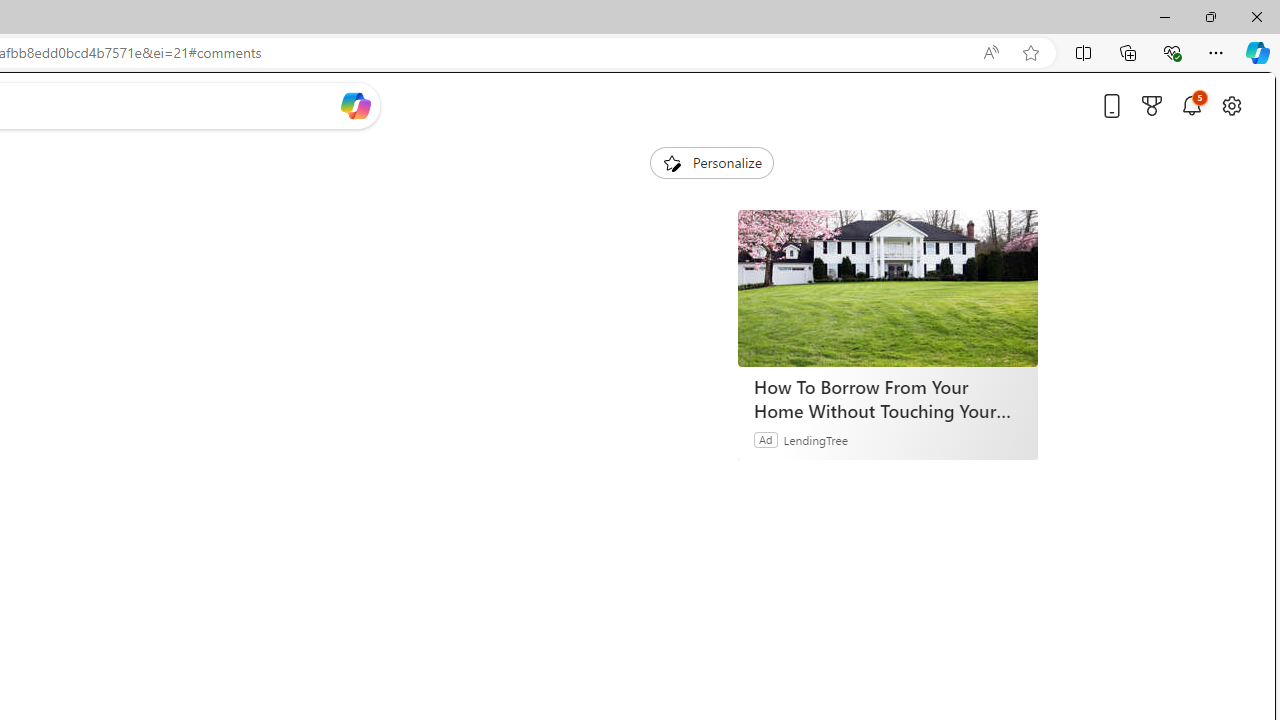 The height and width of the screenshot is (720, 1280). What do you see at coordinates (711, 162) in the screenshot?
I see `'Personalize'` at bounding box center [711, 162].